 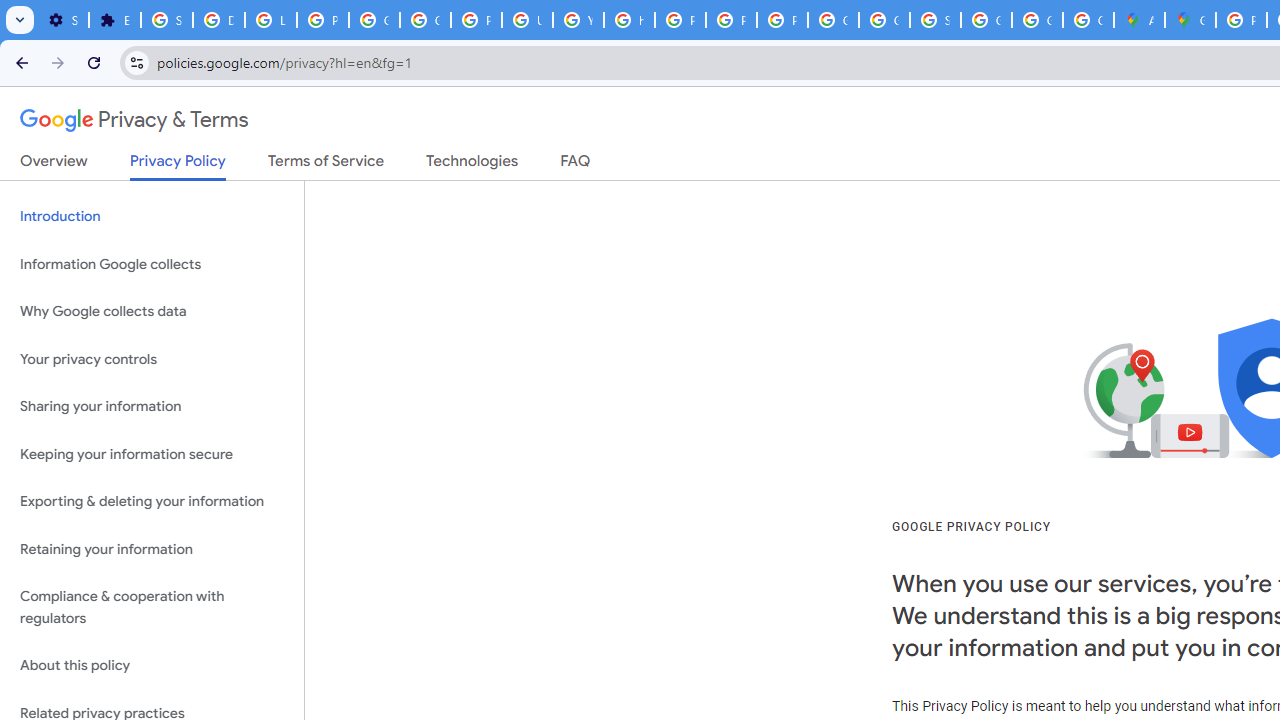 I want to click on 'Compliance & cooperation with regulators', so click(x=151, y=607).